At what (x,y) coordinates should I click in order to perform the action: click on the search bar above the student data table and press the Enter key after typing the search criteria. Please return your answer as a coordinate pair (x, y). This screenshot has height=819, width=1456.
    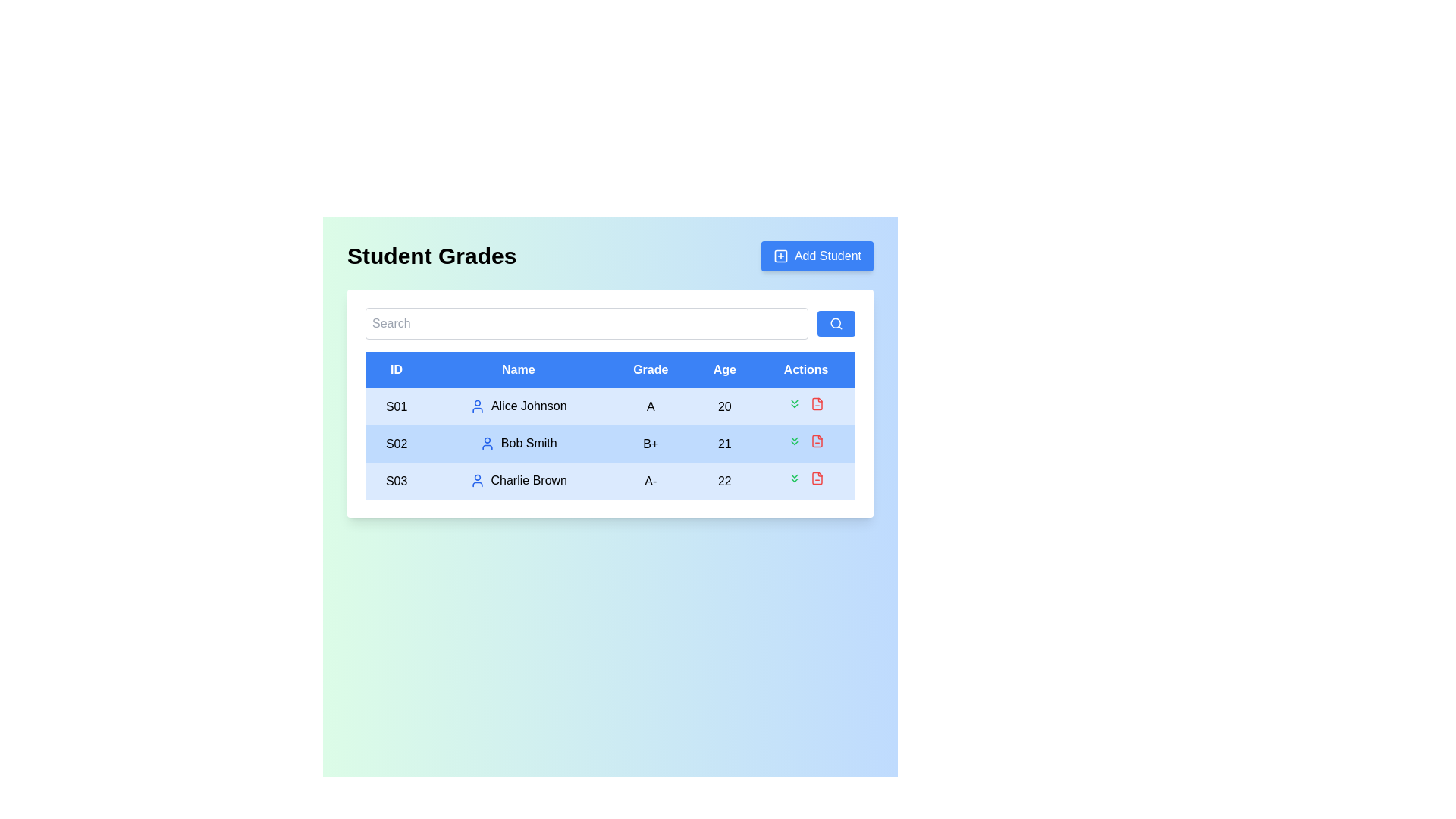
    Looking at the image, I should click on (610, 323).